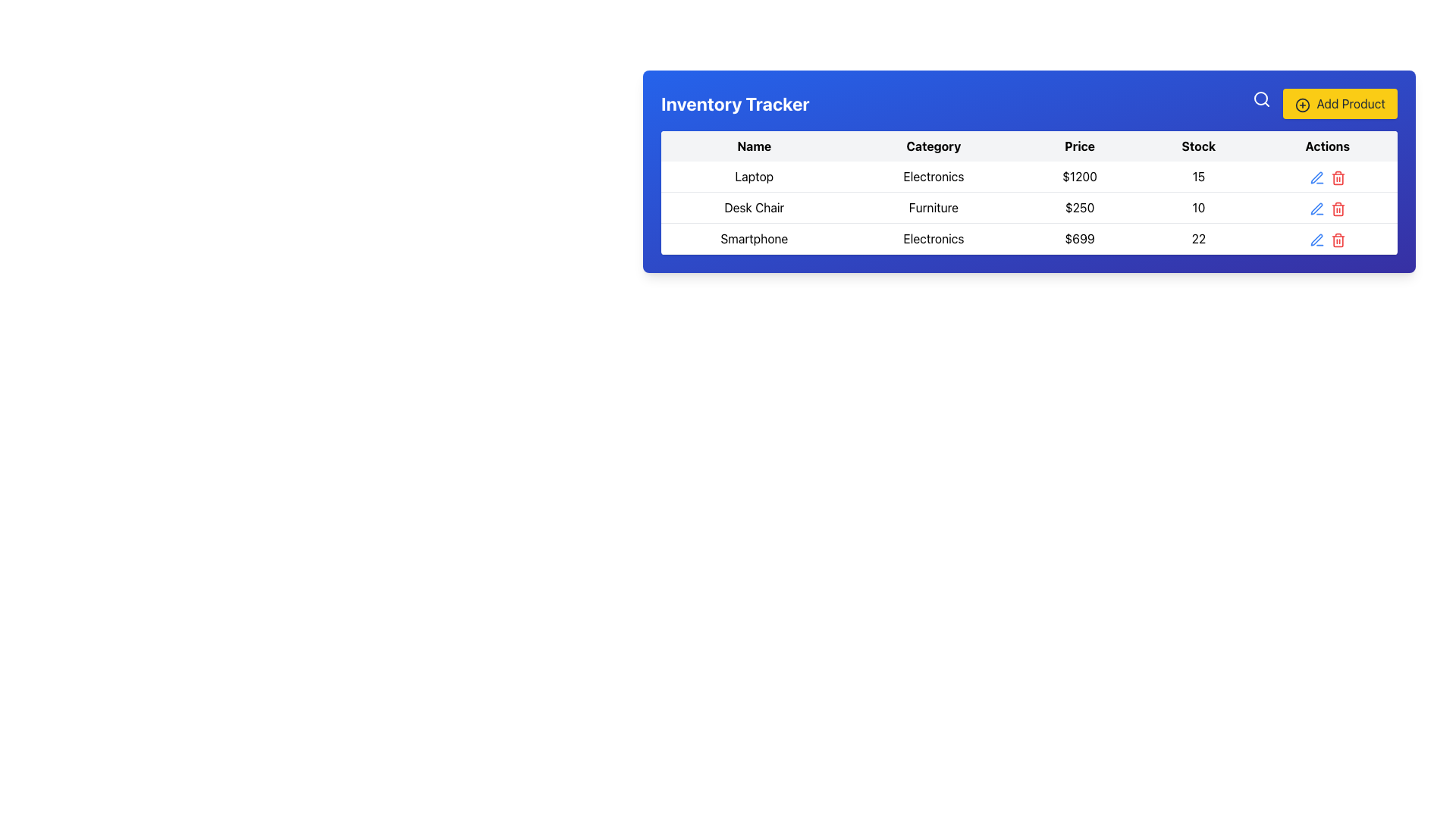 Image resolution: width=1456 pixels, height=819 pixels. What do you see at coordinates (1338, 209) in the screenshot?
I see `the red trash can icon button located in the 'Actions' column of the inventory table for the 'Desk Chair' item` at bounding box center [1338, 209].